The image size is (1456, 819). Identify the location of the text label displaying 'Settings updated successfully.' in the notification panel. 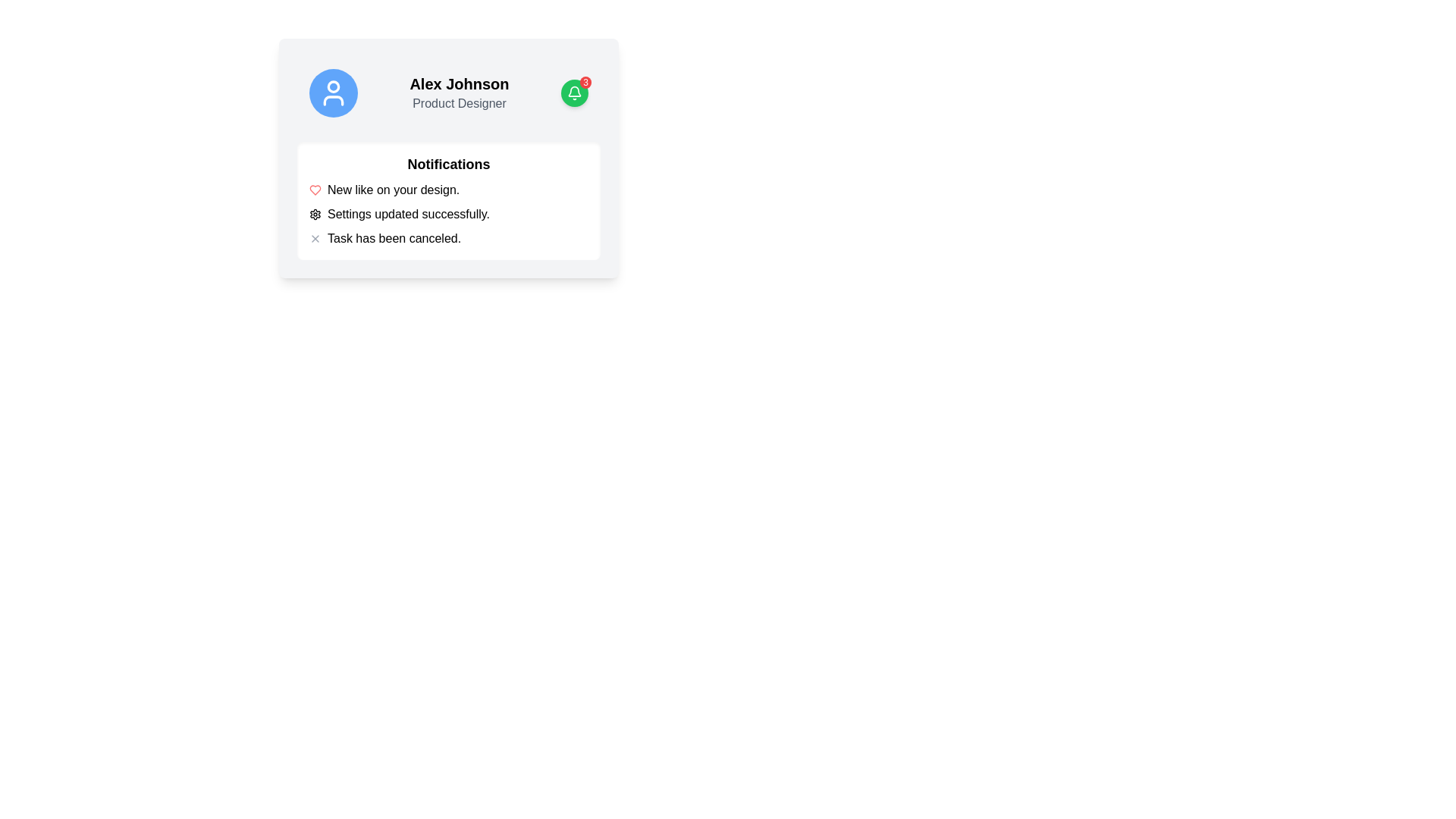
(408, 214).